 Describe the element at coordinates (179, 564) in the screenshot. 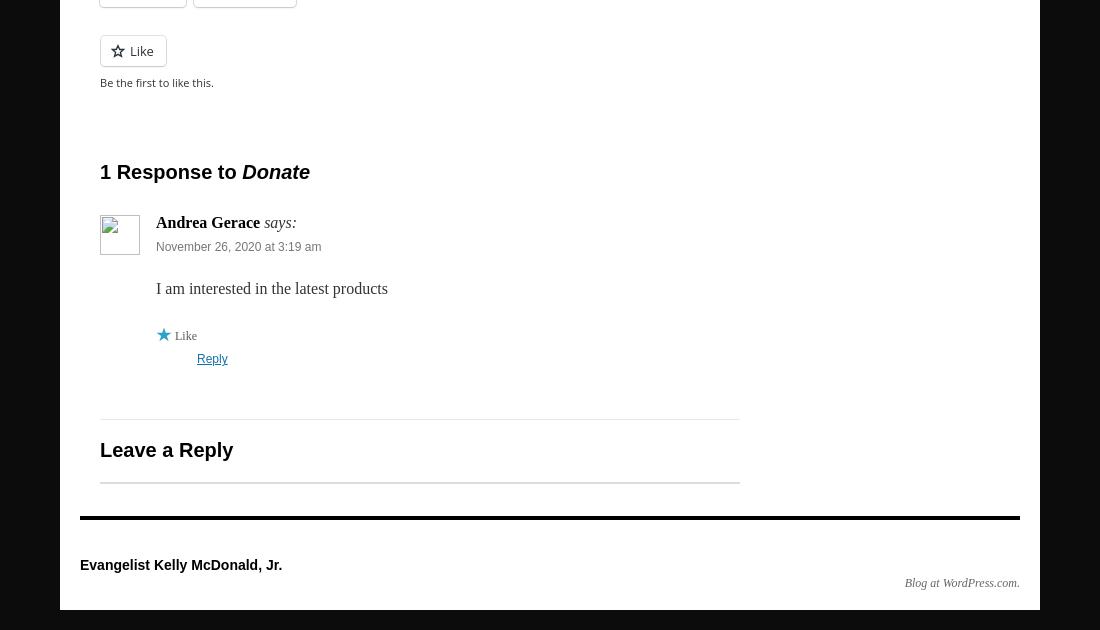

I see `'Evangelist Kelly McDonald, Jr.'` at that location.